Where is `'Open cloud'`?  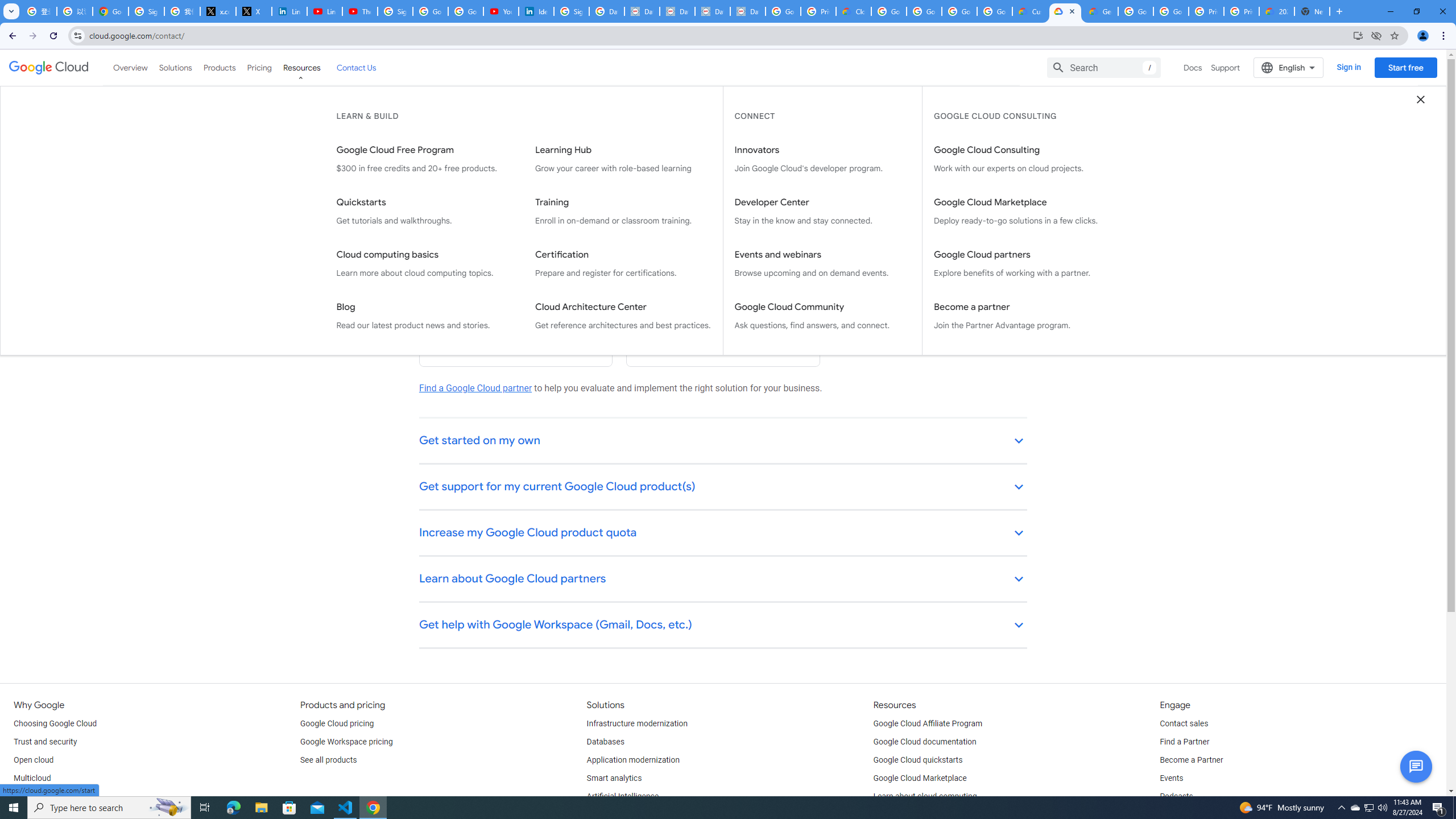 'Open cloud' is located at coordinates (32, 760).